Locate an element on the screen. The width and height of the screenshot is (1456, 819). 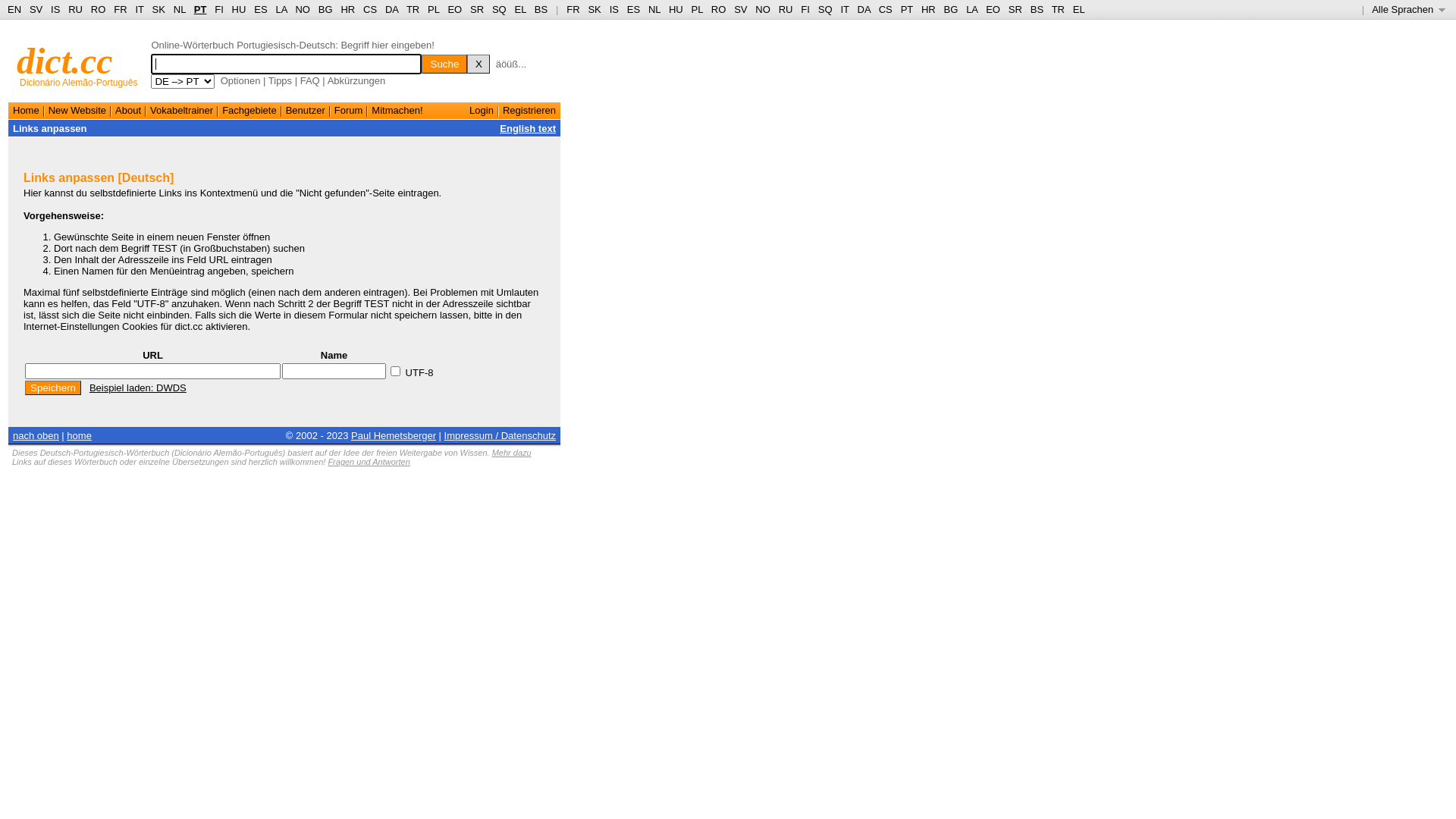
'LA' is located at coordinates (971, 9).